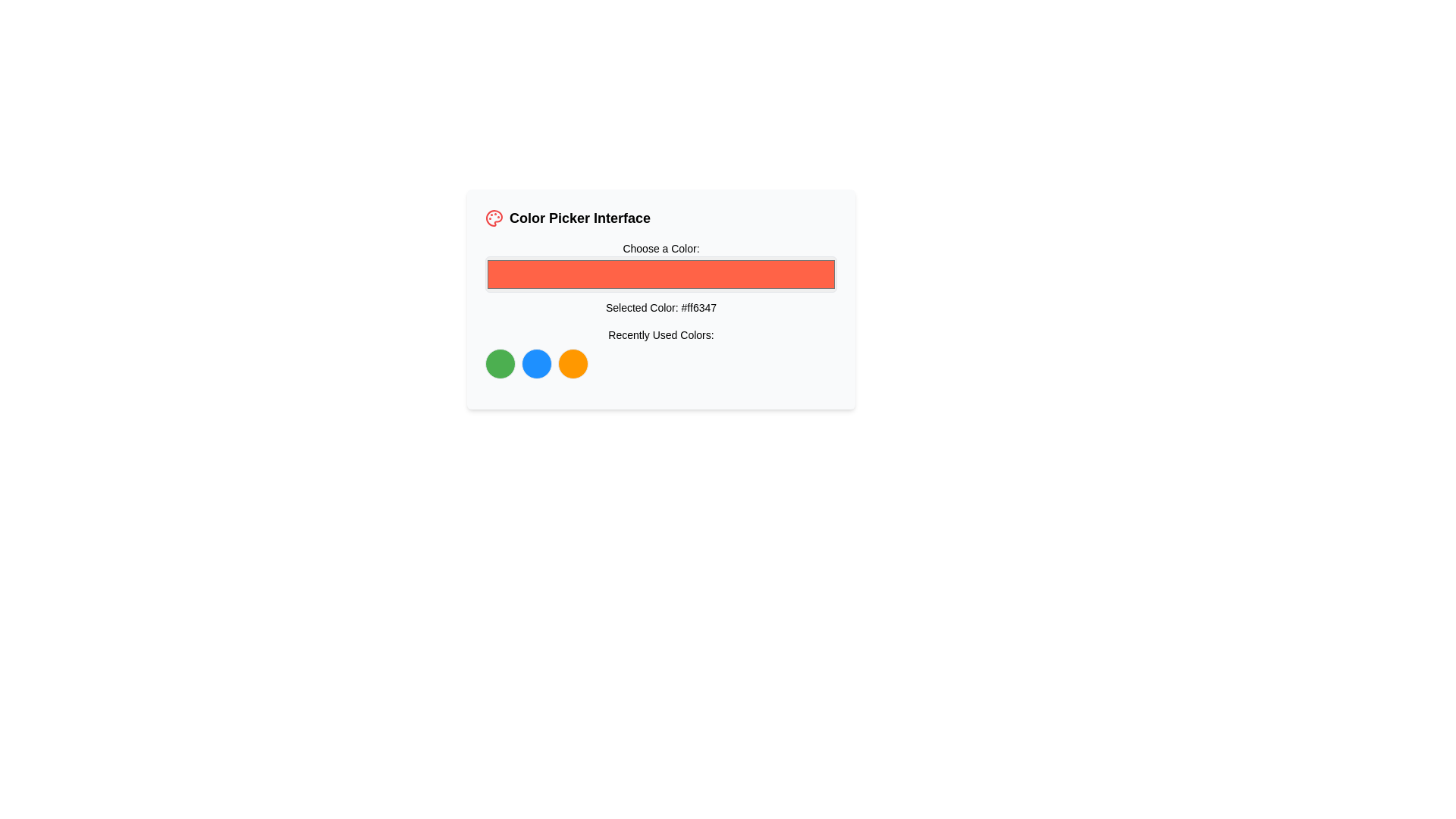  What do you see at coordinates (494, 218) in the screenshot?
I see `the artist's palette icon, which is red with rounded edges and located next to the 'Color Picker Interface' text header, as a visual cue` at bounding box center [494, 218].